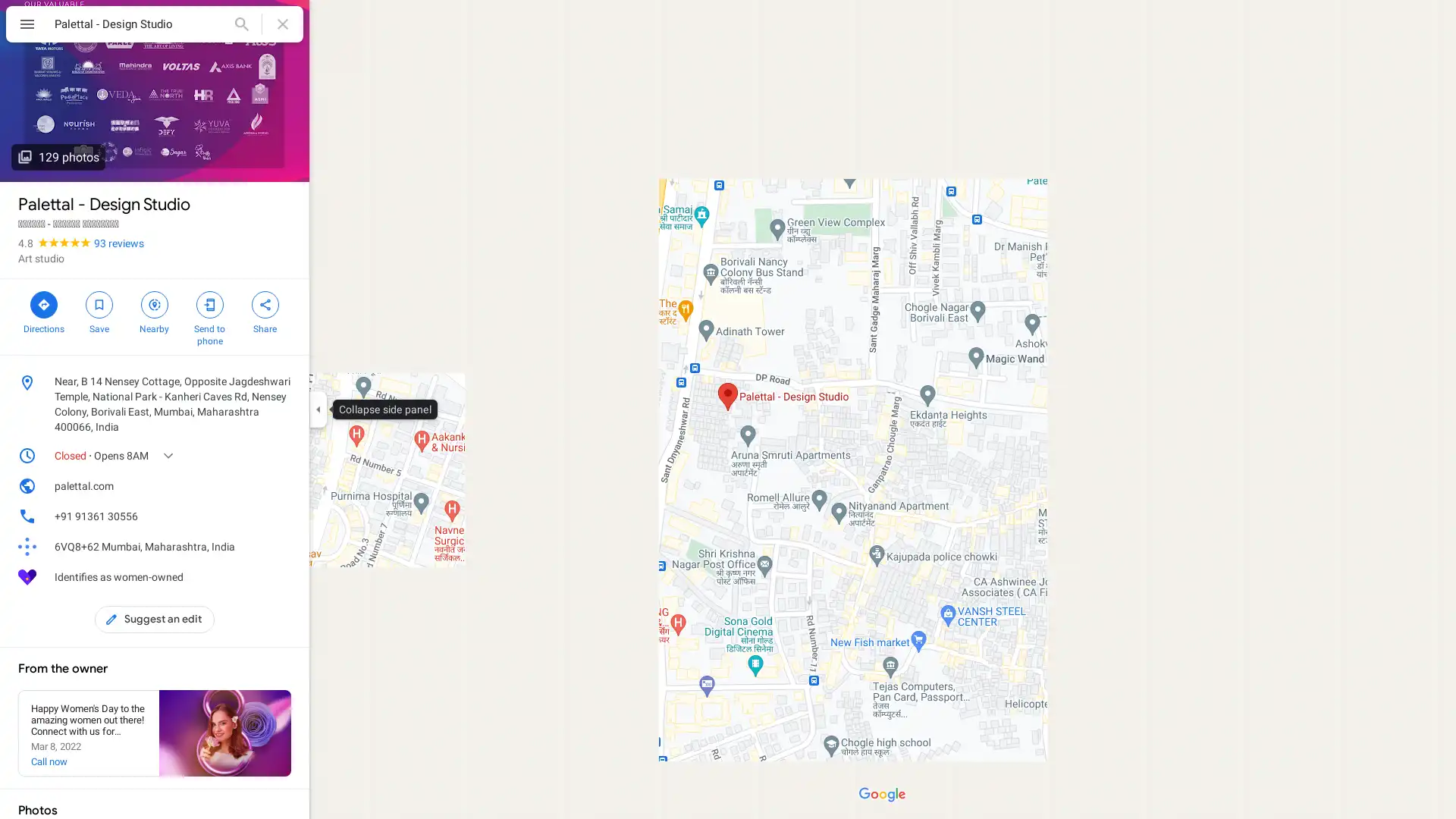  Describe the element at coordinates (284, 485) in the screenshot. I see `Copy website` at that location.